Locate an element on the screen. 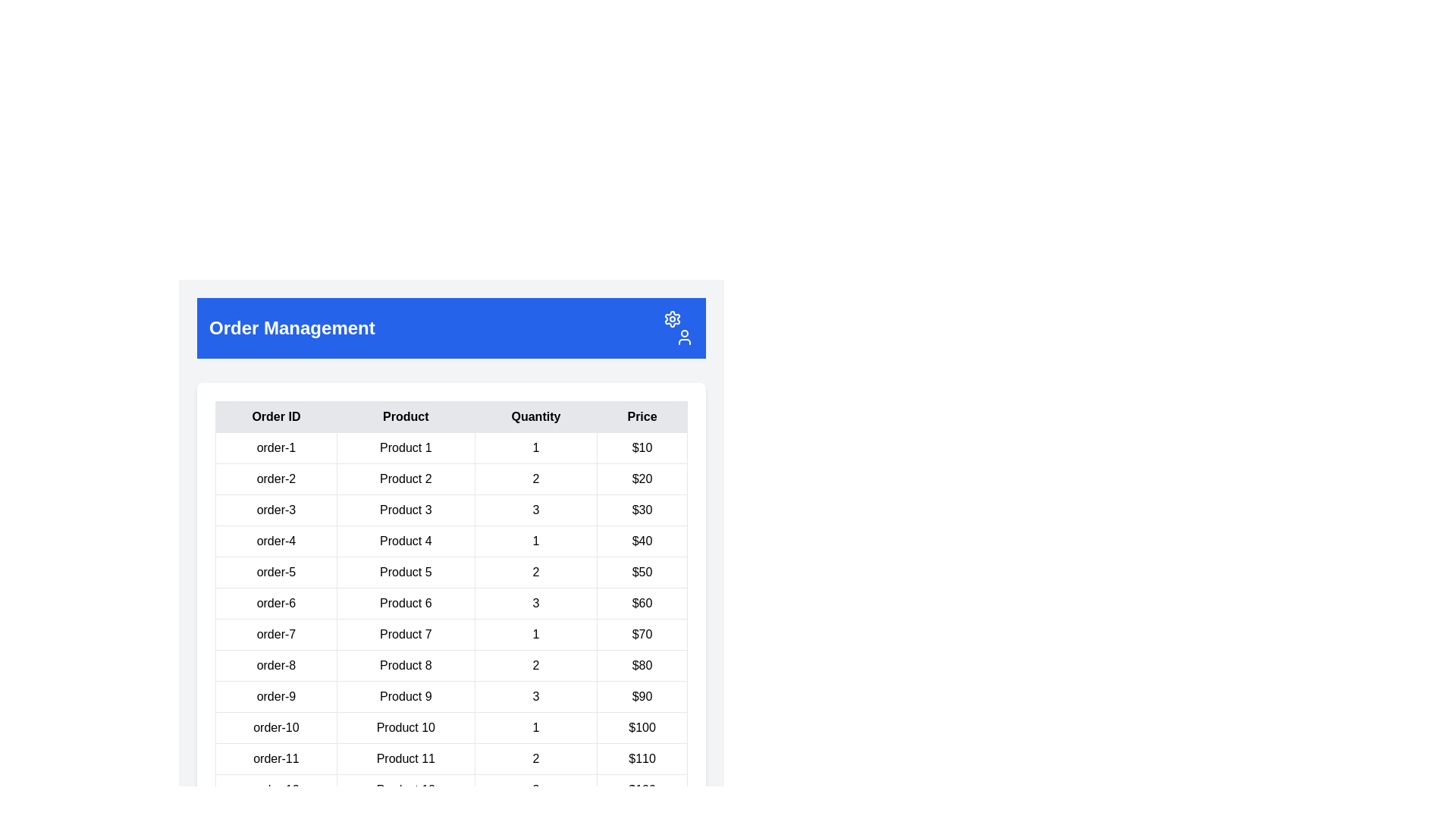  the 8th row cell in the data grid that displays 'order-8', 'Product 8', '2', and '$80' is located at coordinates (450, 665).